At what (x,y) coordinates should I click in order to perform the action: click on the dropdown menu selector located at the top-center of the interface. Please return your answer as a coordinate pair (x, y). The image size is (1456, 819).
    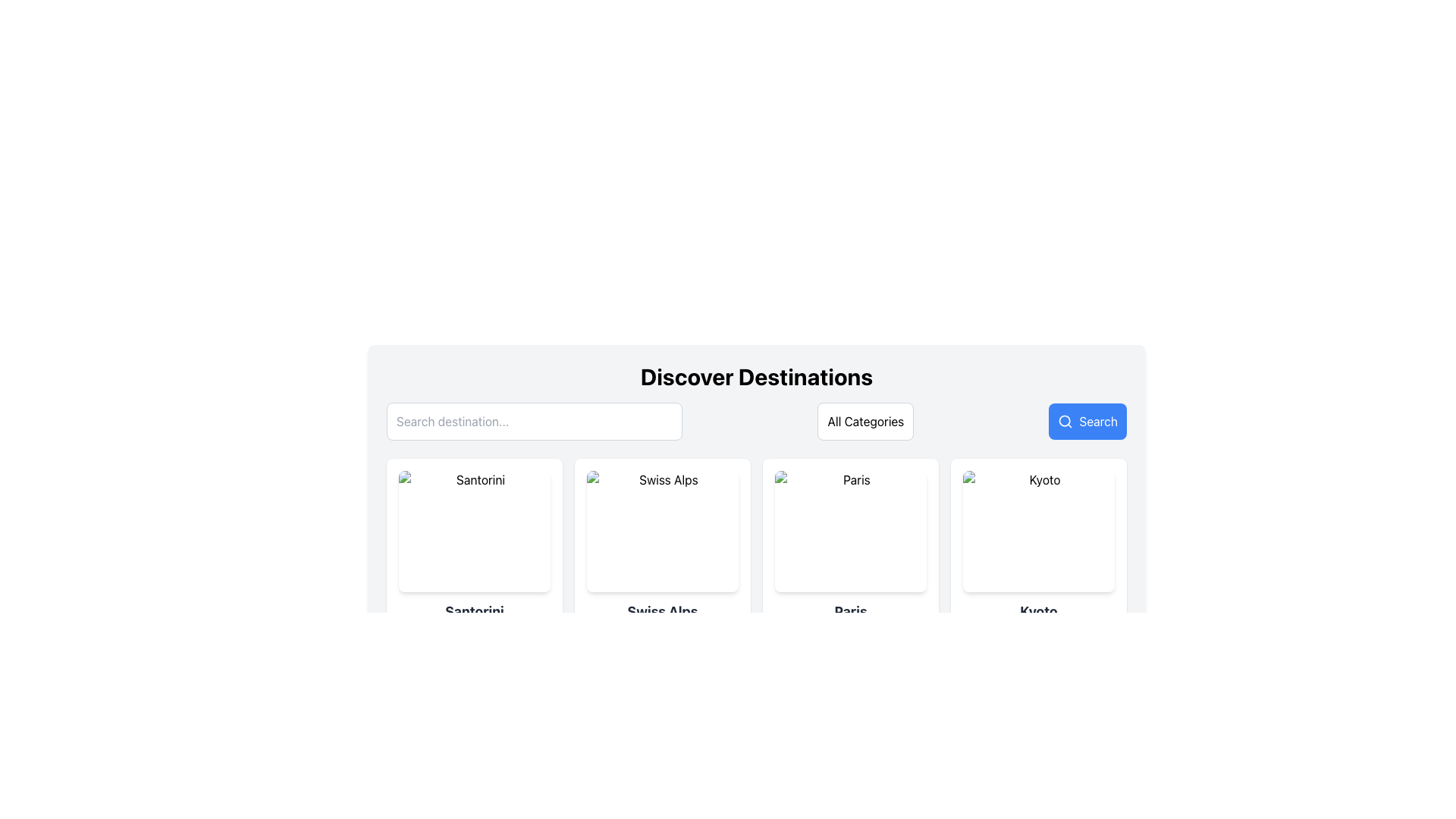
    Looking at the image, I should click on (866, 421).